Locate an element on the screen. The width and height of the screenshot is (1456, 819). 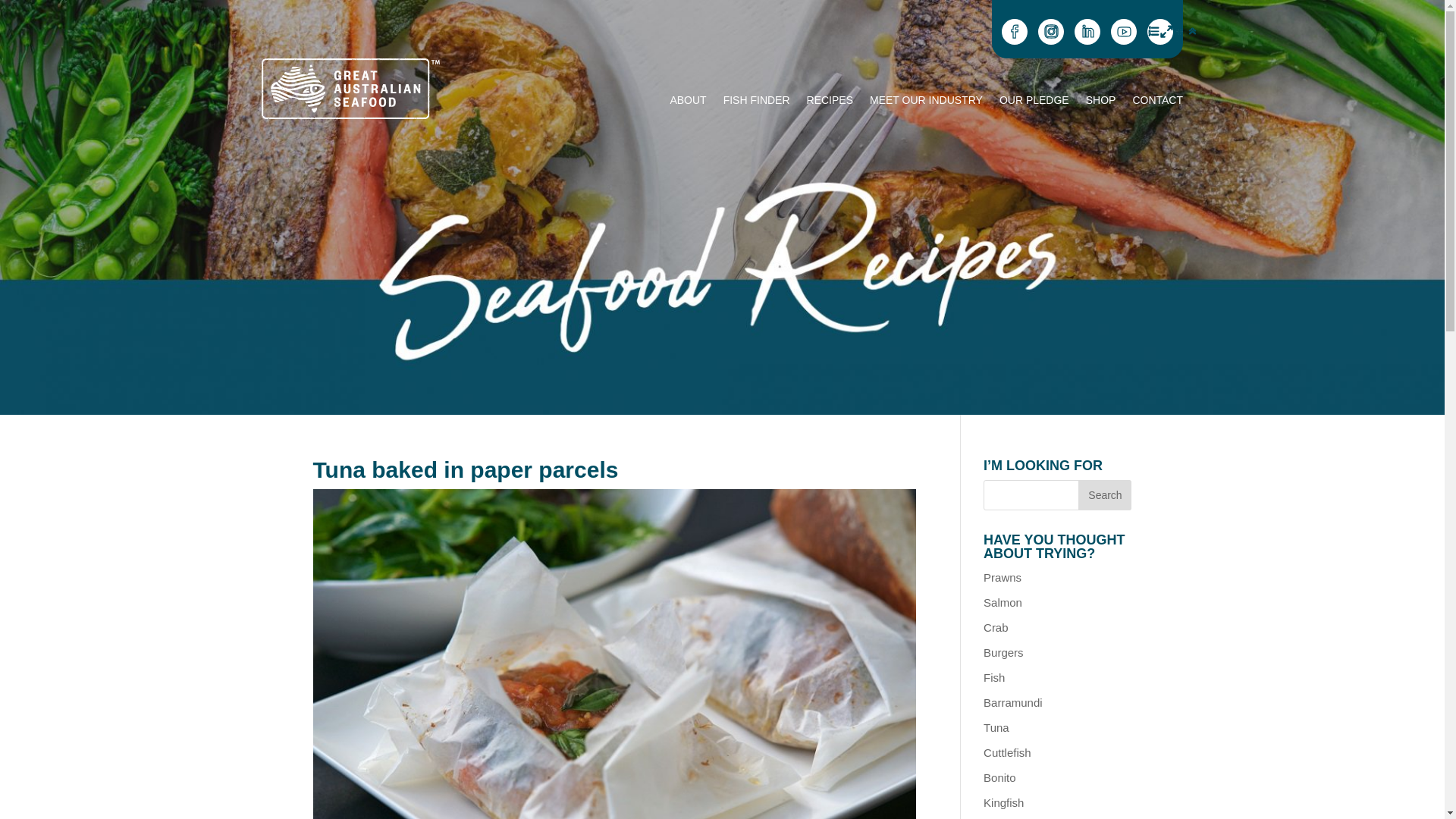
'Prawns' is located at coordinates (1002, 577).